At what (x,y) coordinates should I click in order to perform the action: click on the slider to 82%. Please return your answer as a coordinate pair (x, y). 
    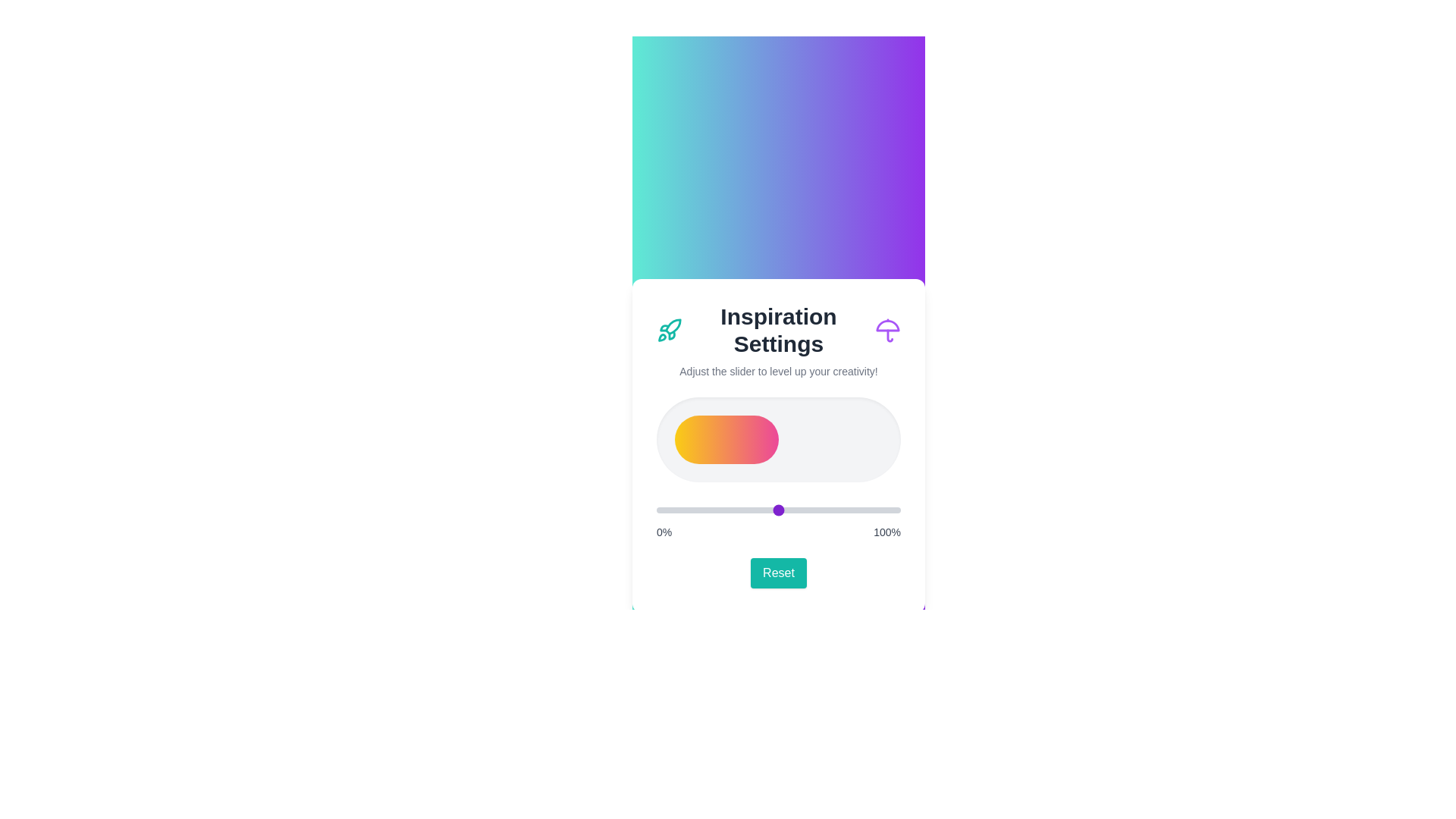
    Looking at the image, I should click on (857, 510).